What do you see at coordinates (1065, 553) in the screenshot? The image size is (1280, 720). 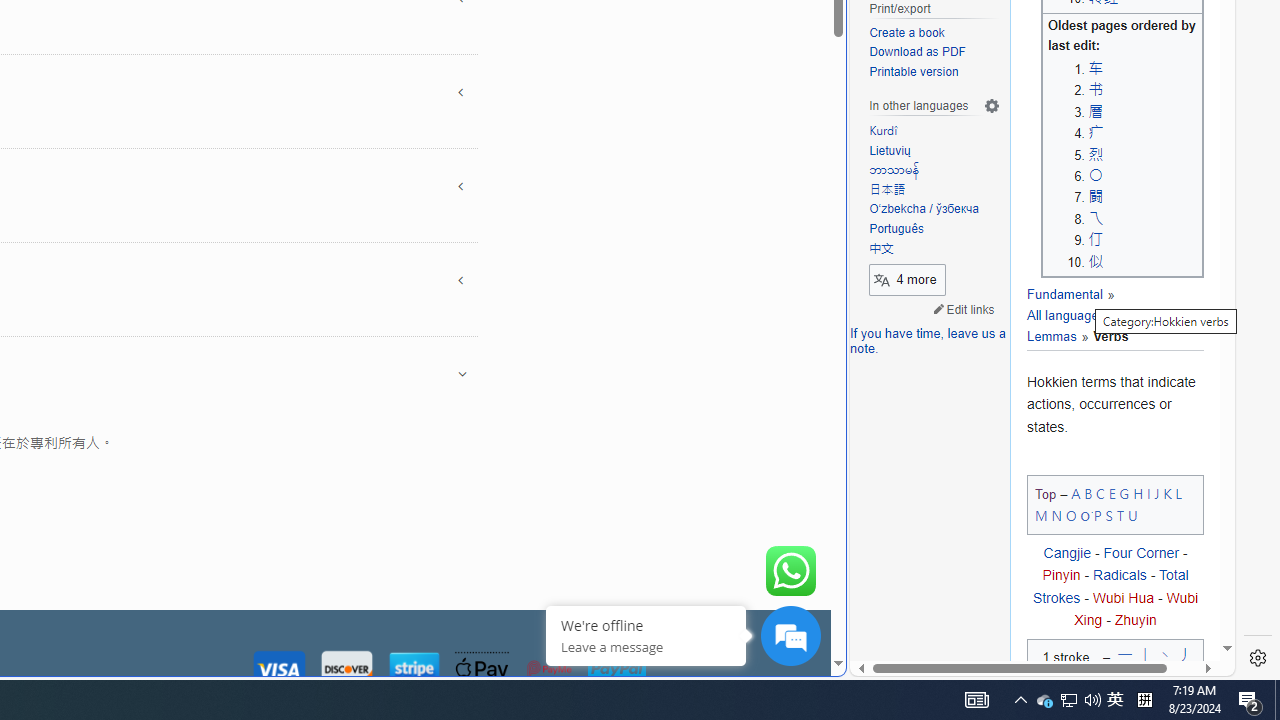 I see `'Cangjie'` at bounding box center [1065, 553].